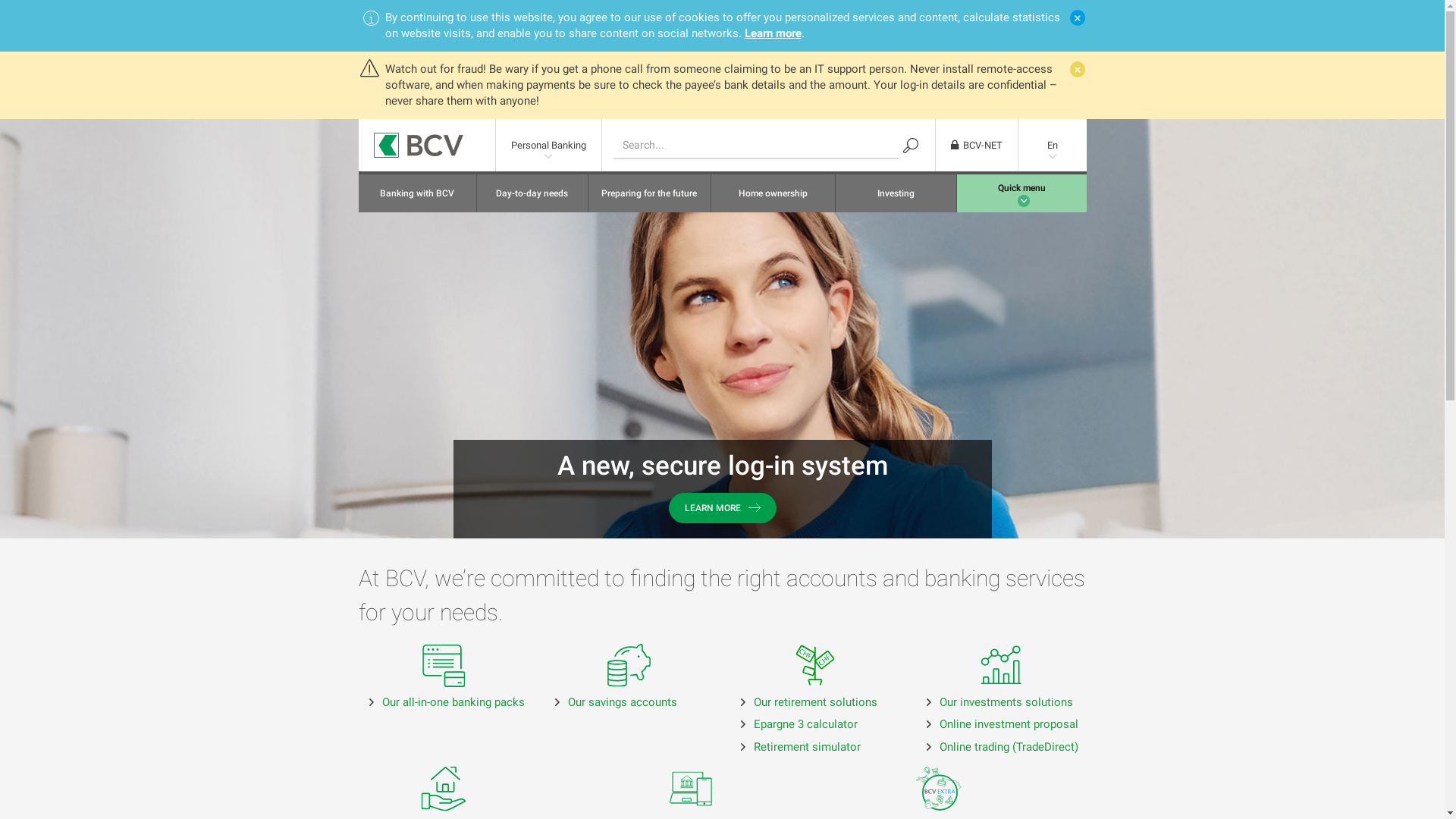  Describe the element at coordinates (649, 192) in the screenshot. I see `'Preparing for the future'` at that location.